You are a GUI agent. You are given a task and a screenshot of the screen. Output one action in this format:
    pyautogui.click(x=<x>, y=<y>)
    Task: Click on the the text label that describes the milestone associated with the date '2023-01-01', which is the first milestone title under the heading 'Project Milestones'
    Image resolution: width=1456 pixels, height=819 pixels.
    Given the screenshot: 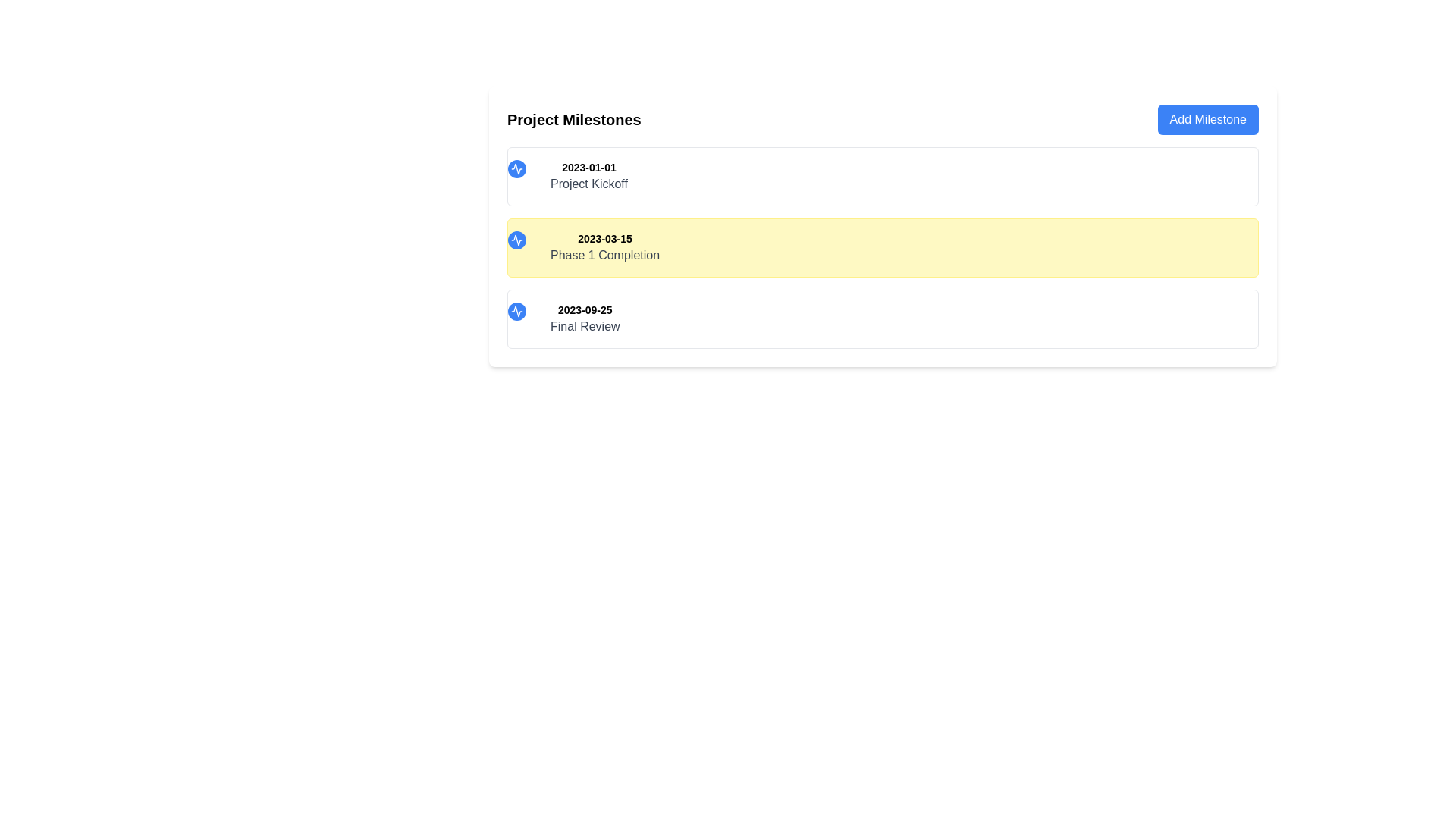 What is the action you would take?
    pyautogui.click(x=588, y=184)
    